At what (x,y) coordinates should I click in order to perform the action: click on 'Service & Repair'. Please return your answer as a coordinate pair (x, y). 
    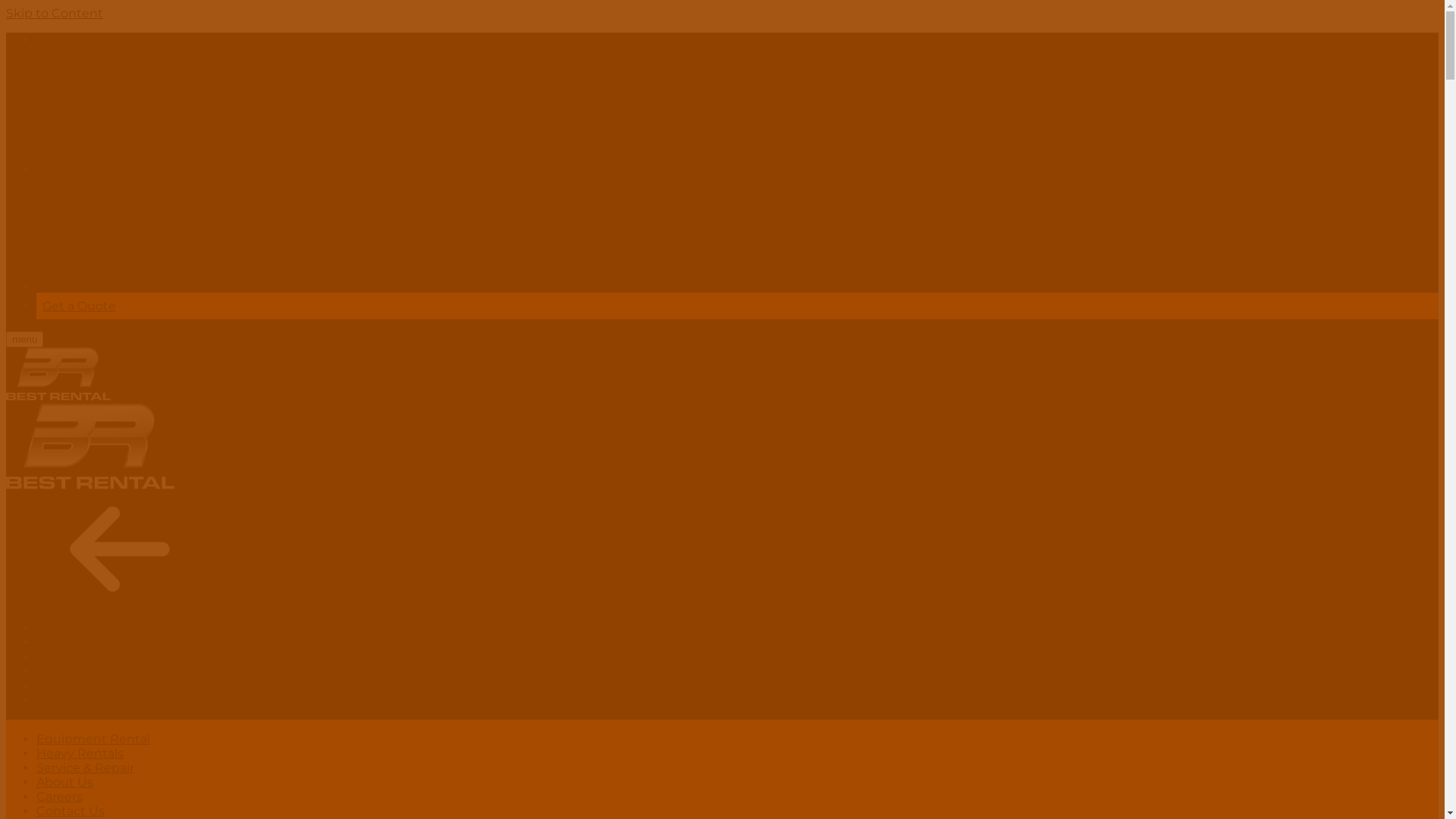
    Looking at the image, I should click on (84, 767).